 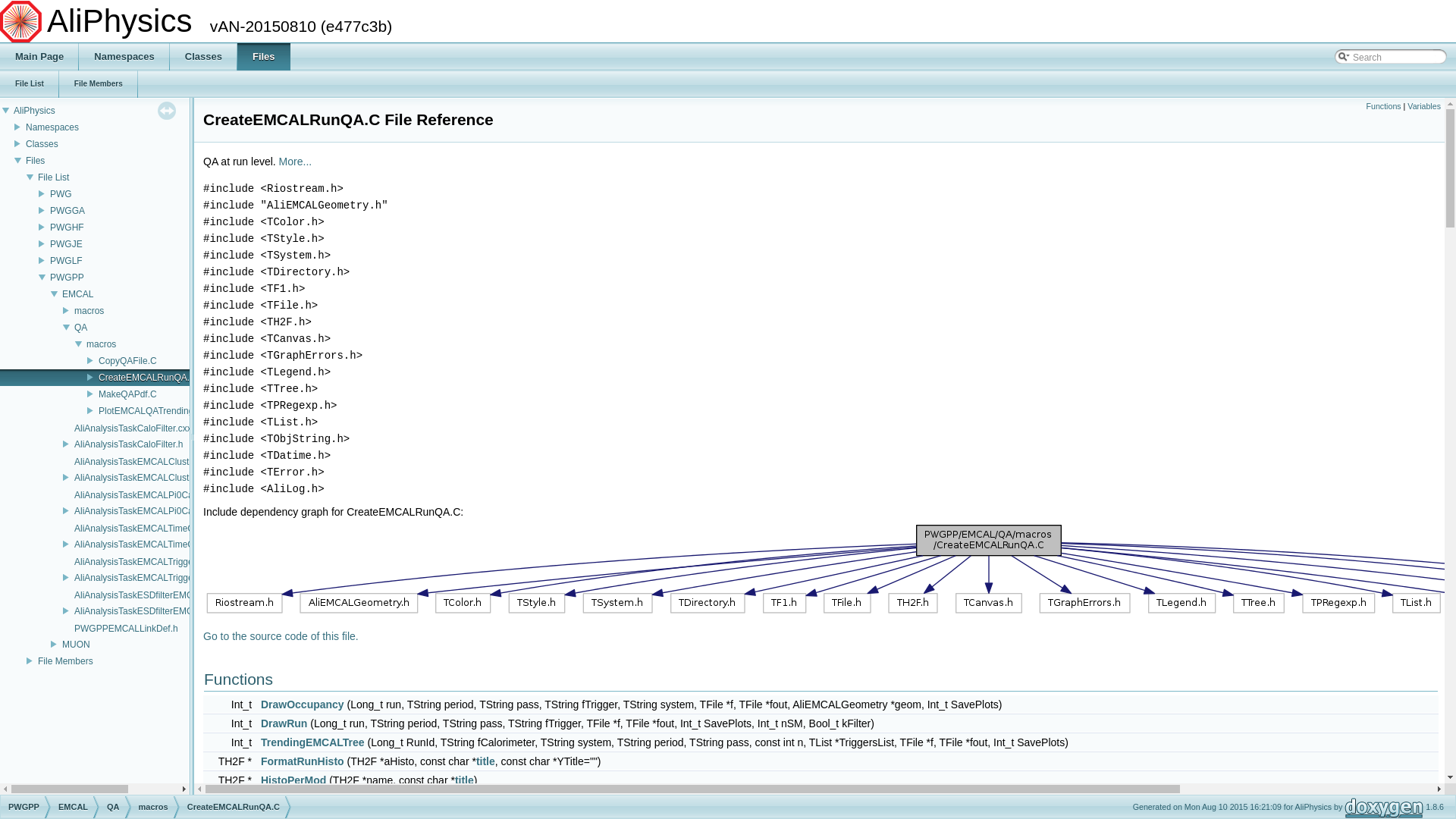 I want to click on 'CreateEMCALRunQA.C', so click(x=147, y=376).